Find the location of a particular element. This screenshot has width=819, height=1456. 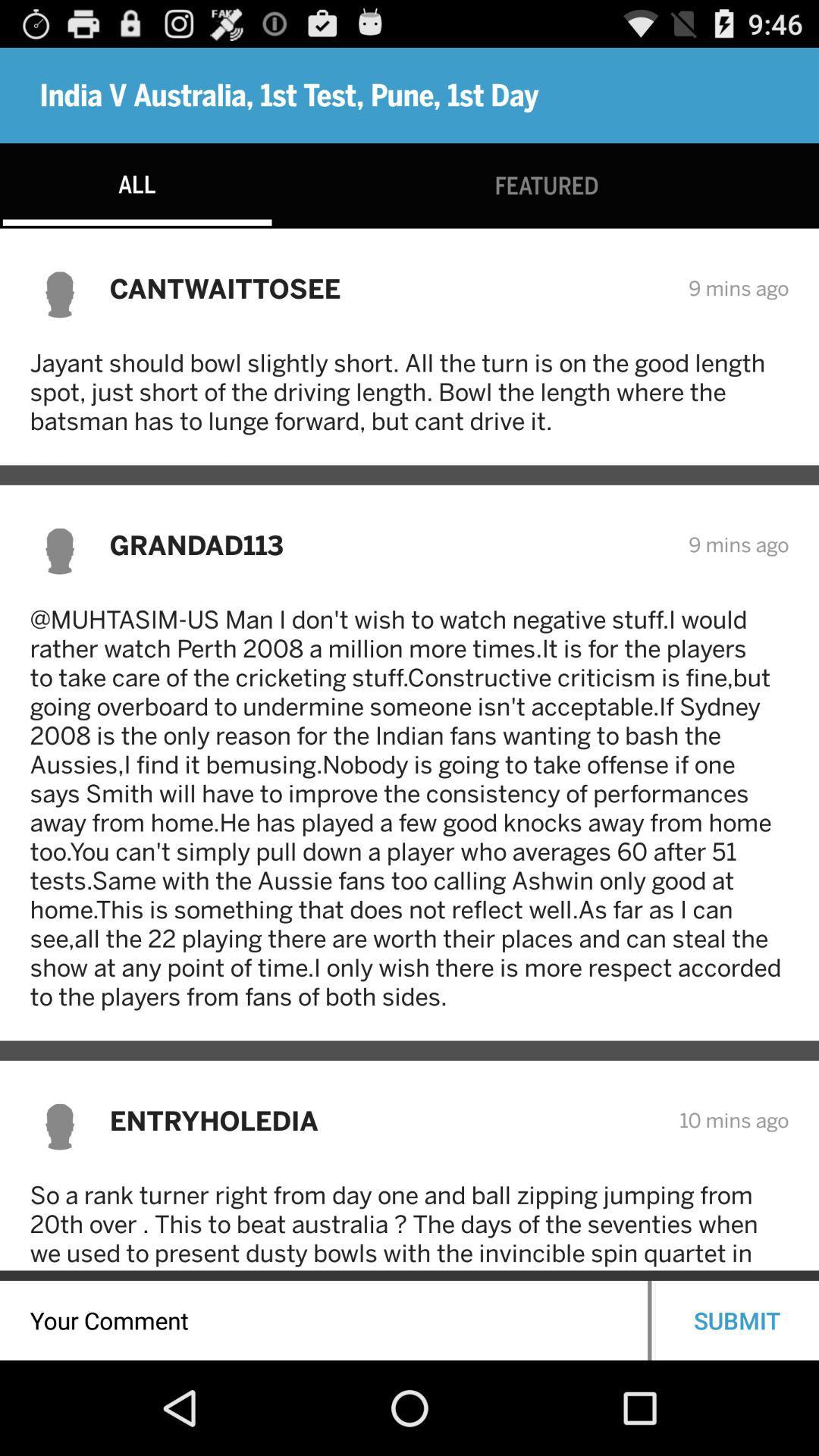

so a rank item is located at coordinates (409, 1225).